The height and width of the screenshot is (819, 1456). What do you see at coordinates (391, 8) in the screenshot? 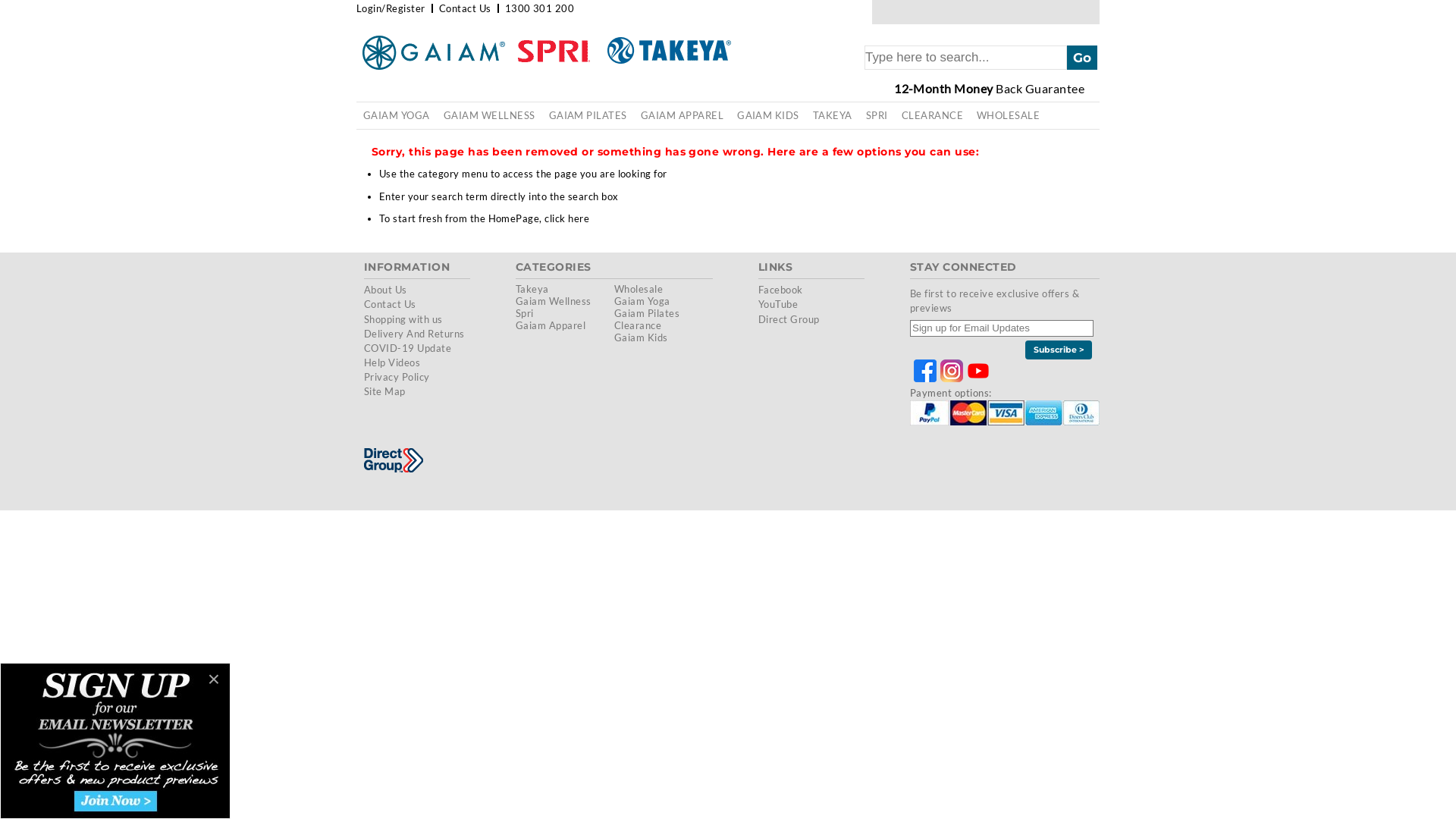
I see `'Login/Register'` at bounding box center [391, 8].